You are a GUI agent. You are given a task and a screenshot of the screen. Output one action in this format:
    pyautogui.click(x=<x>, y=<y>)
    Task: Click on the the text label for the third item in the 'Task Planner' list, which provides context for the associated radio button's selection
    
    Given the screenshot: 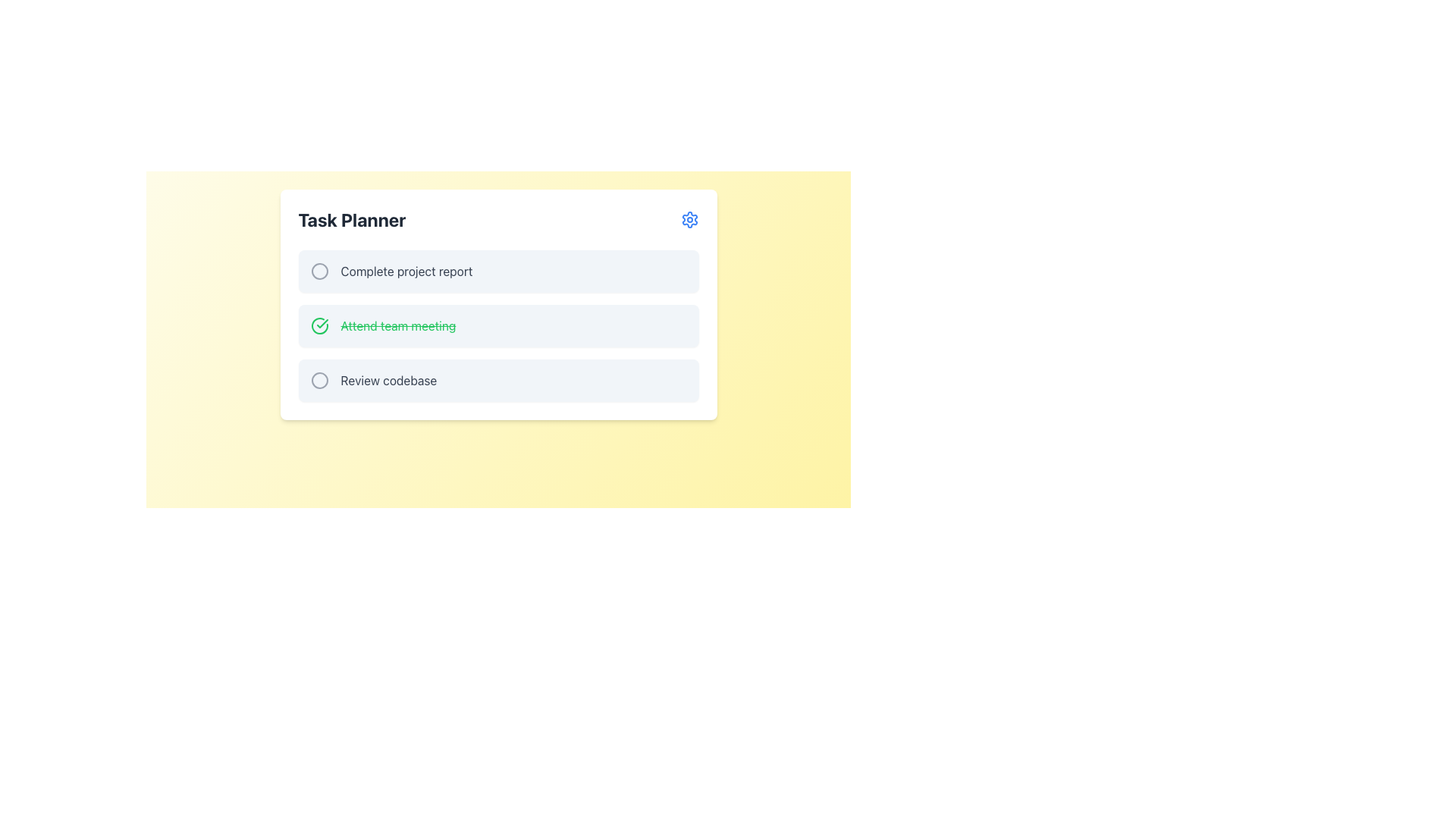 What is the action you would take?
    pyautogui.click(x=388, y=379)
    